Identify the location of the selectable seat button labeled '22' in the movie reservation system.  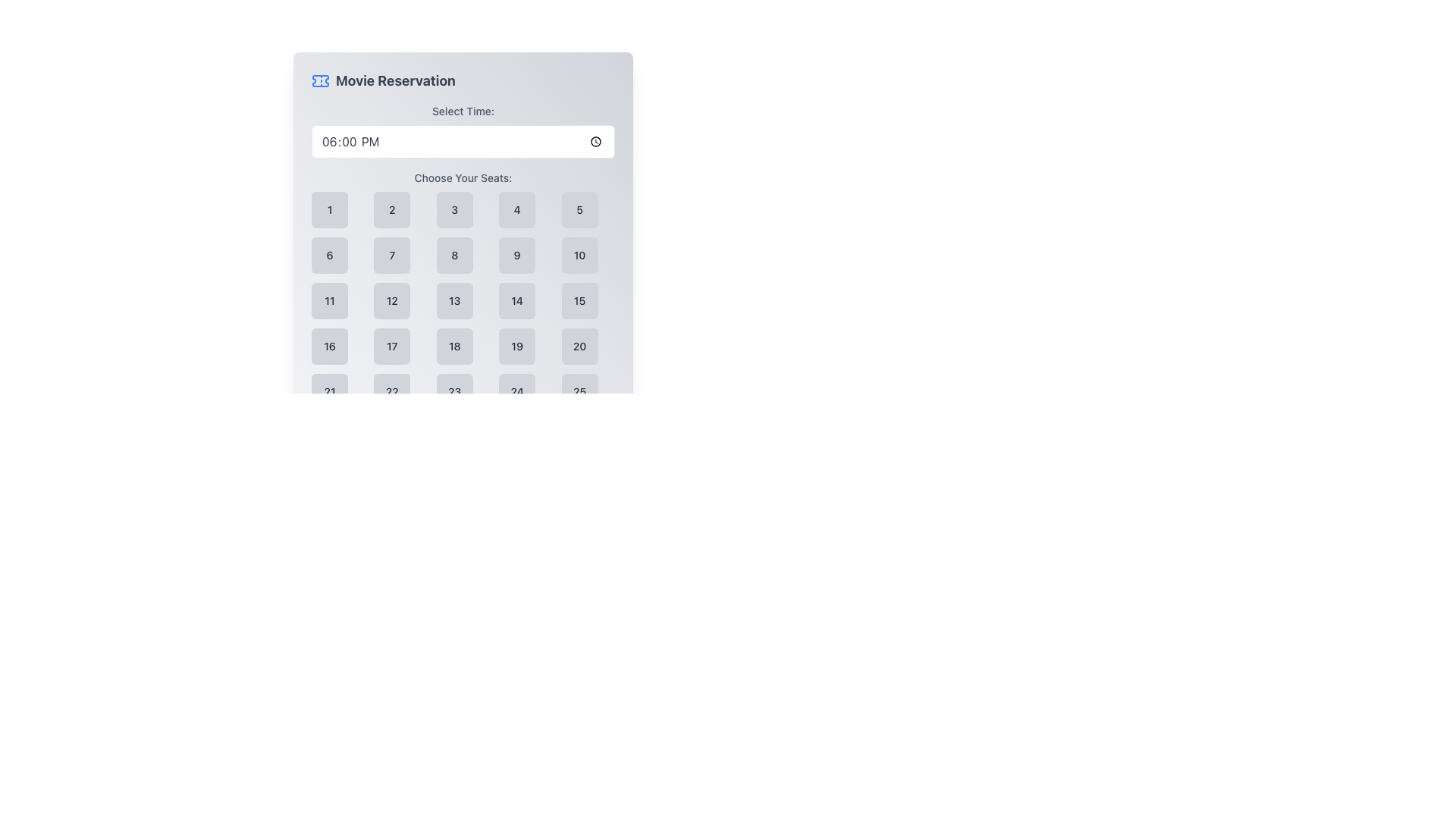
(392, 391).